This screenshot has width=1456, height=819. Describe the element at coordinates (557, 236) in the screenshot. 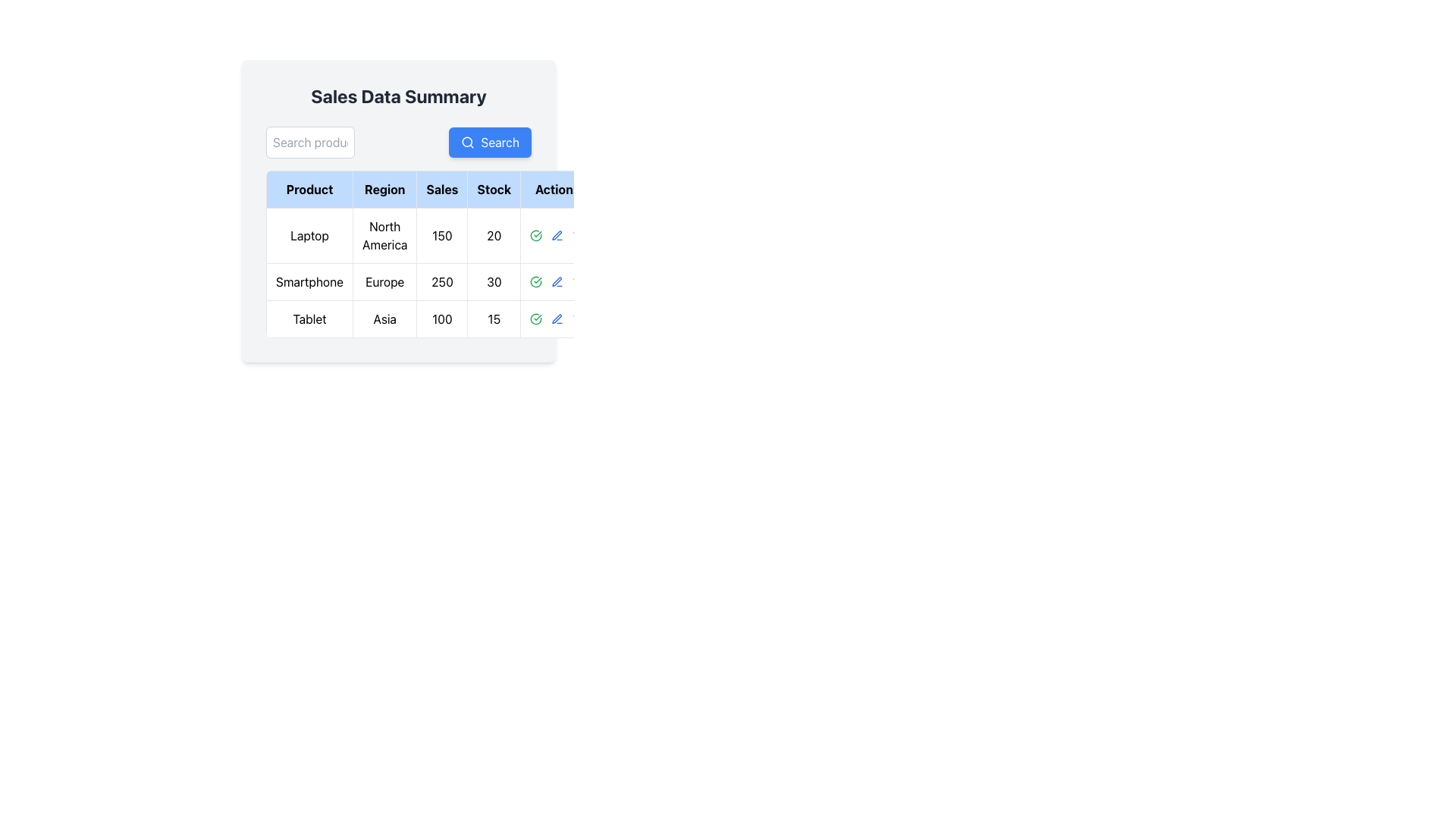

I see `the small blue pencil icon button located in the first row of the 'Action' column of the table for the 'Laptop' product` at that location.